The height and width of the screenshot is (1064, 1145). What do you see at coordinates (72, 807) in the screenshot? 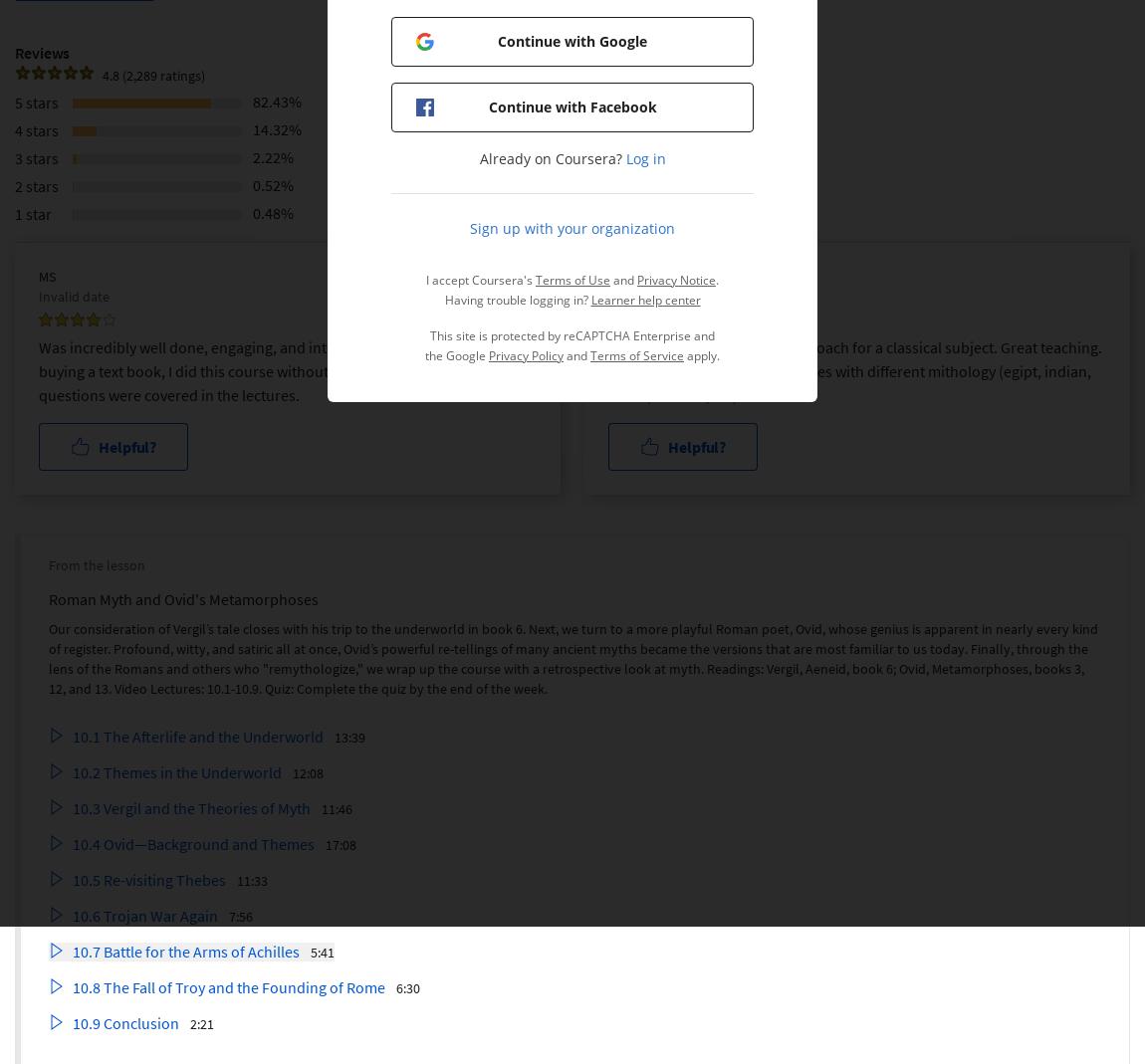
I see `'10.3 Vergil and the Theories of Myth'` at bounding box center [72, 807].